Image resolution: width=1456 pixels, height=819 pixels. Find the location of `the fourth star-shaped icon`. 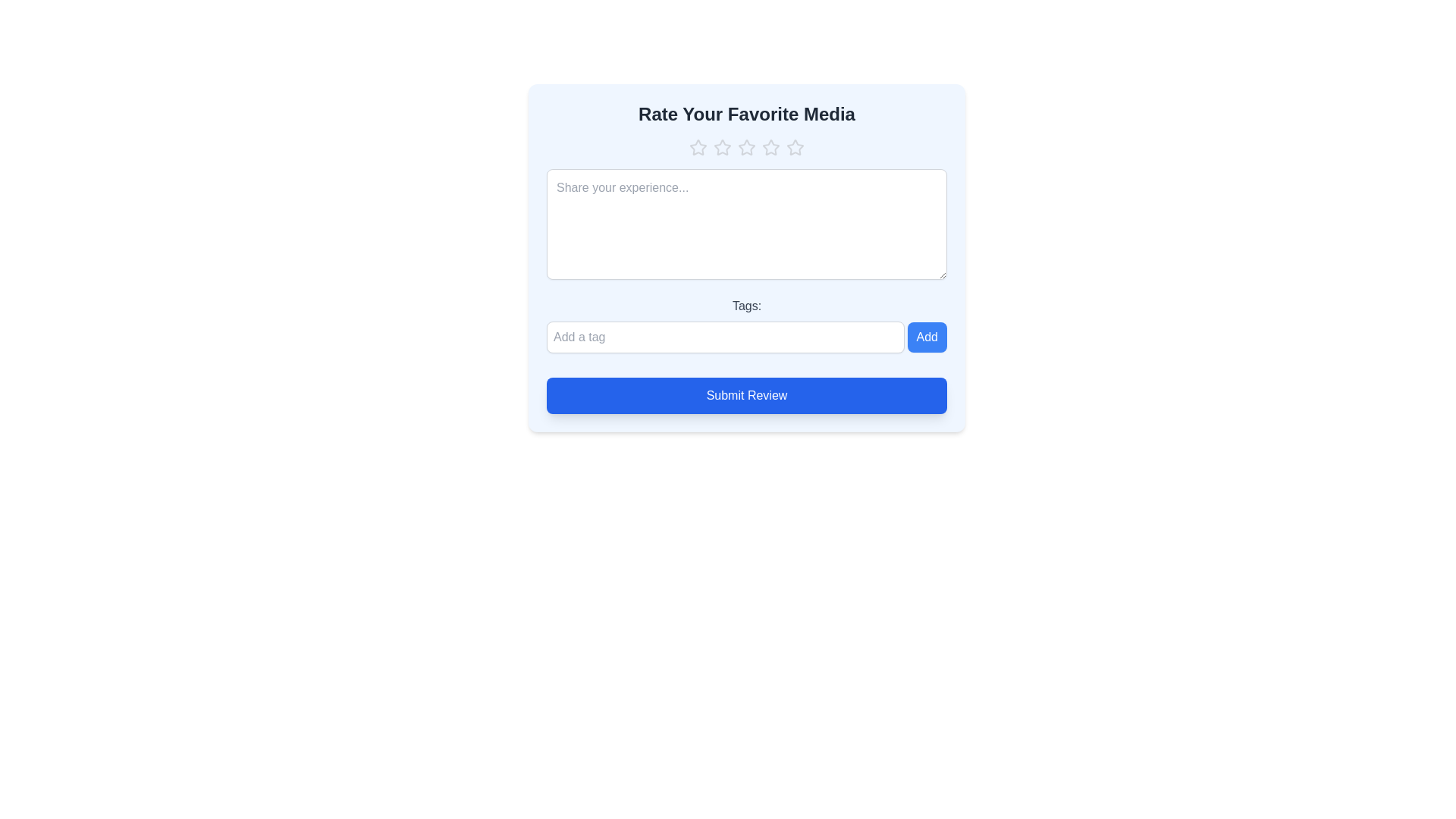

the fourth star-shaped icon is located at coordinates (771, 148).